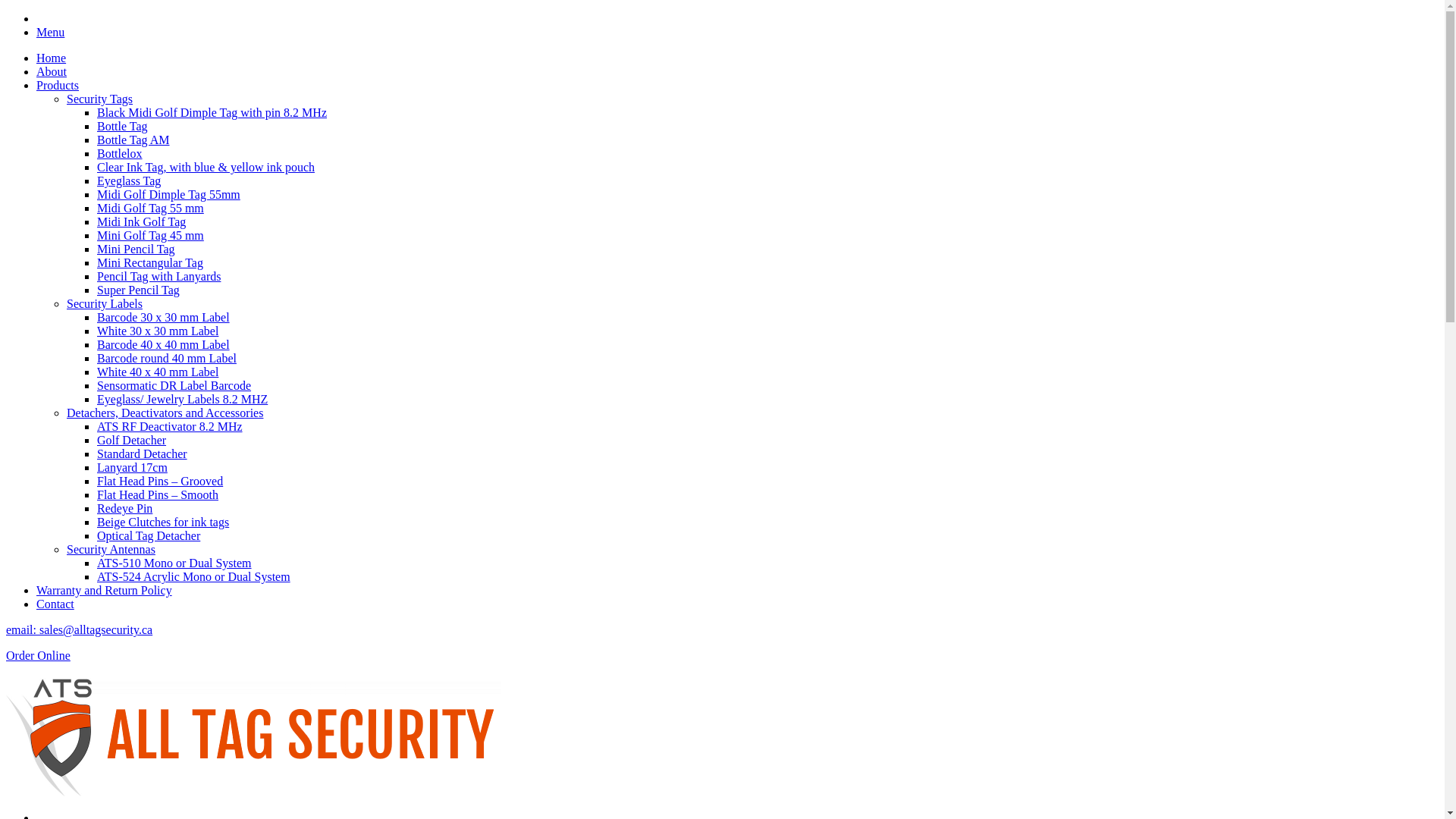  I want to click on 'Pencil Tag with Lanyards', so click(158, 276).